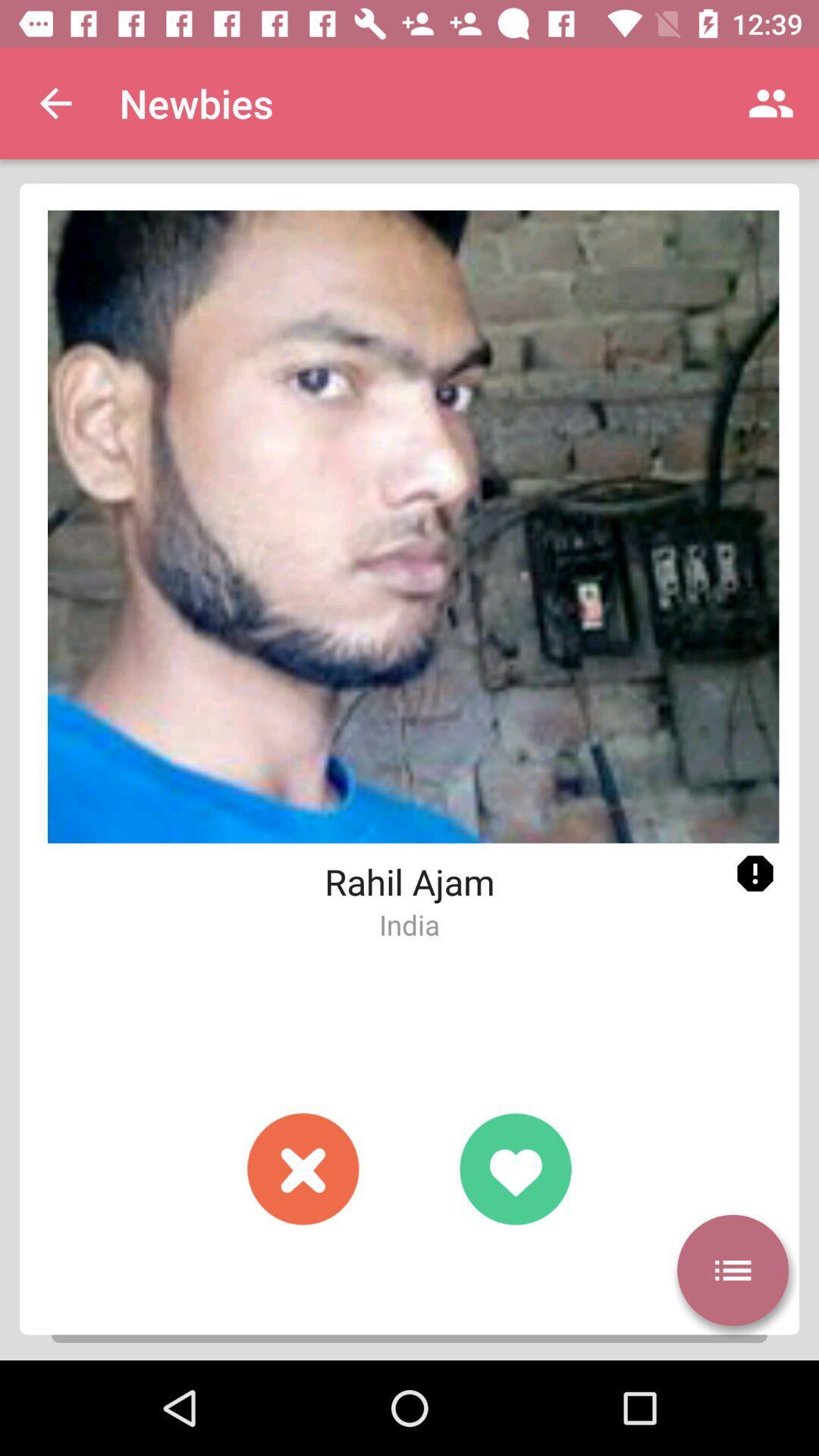  What do you see at coordinates (732, 1270) in the screenshot?
I see `click menu` at bounding box center [732, 1270].